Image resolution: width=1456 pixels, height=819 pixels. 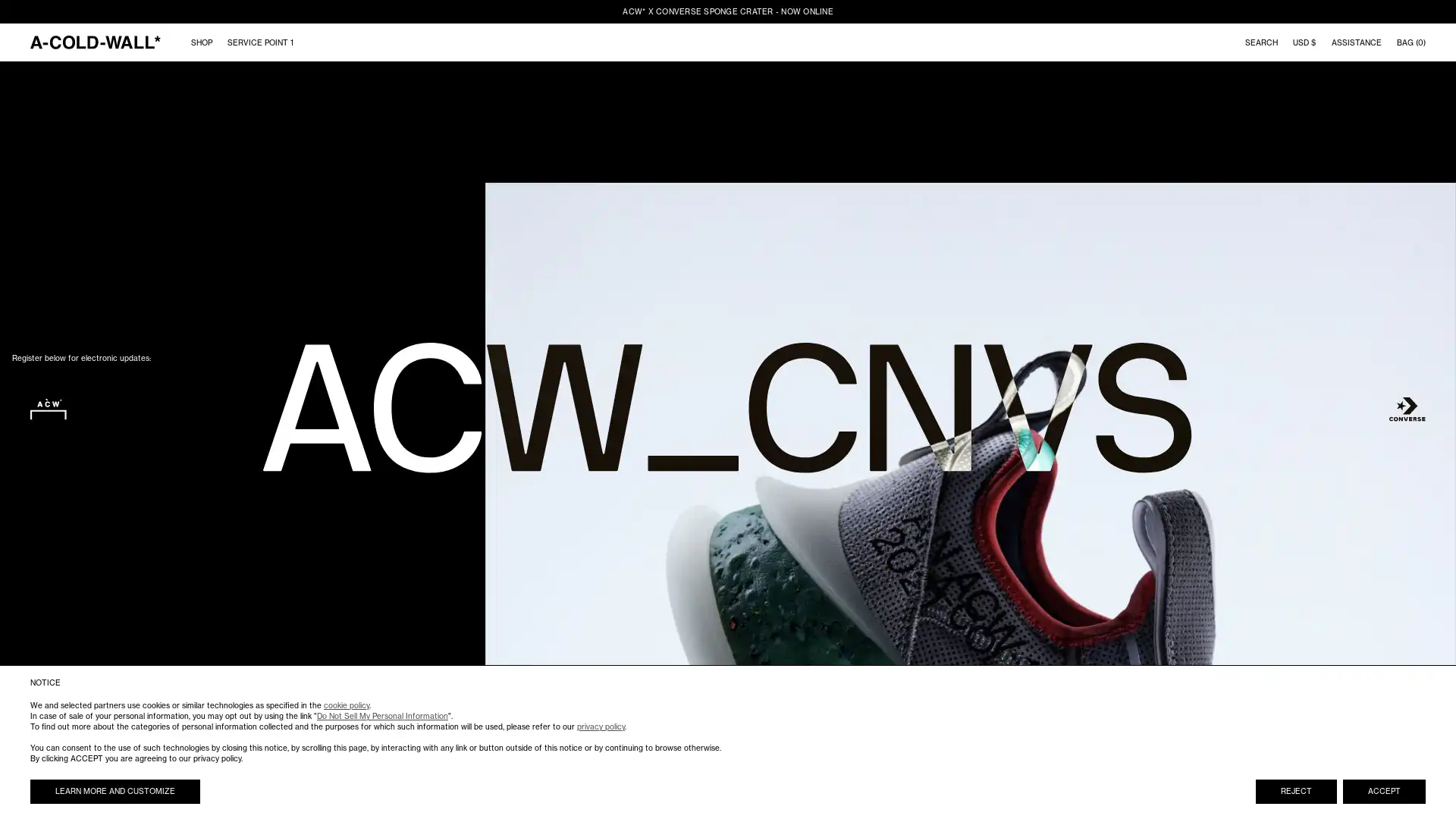 I want to click on REJECT, so click(x=1295, y=791).